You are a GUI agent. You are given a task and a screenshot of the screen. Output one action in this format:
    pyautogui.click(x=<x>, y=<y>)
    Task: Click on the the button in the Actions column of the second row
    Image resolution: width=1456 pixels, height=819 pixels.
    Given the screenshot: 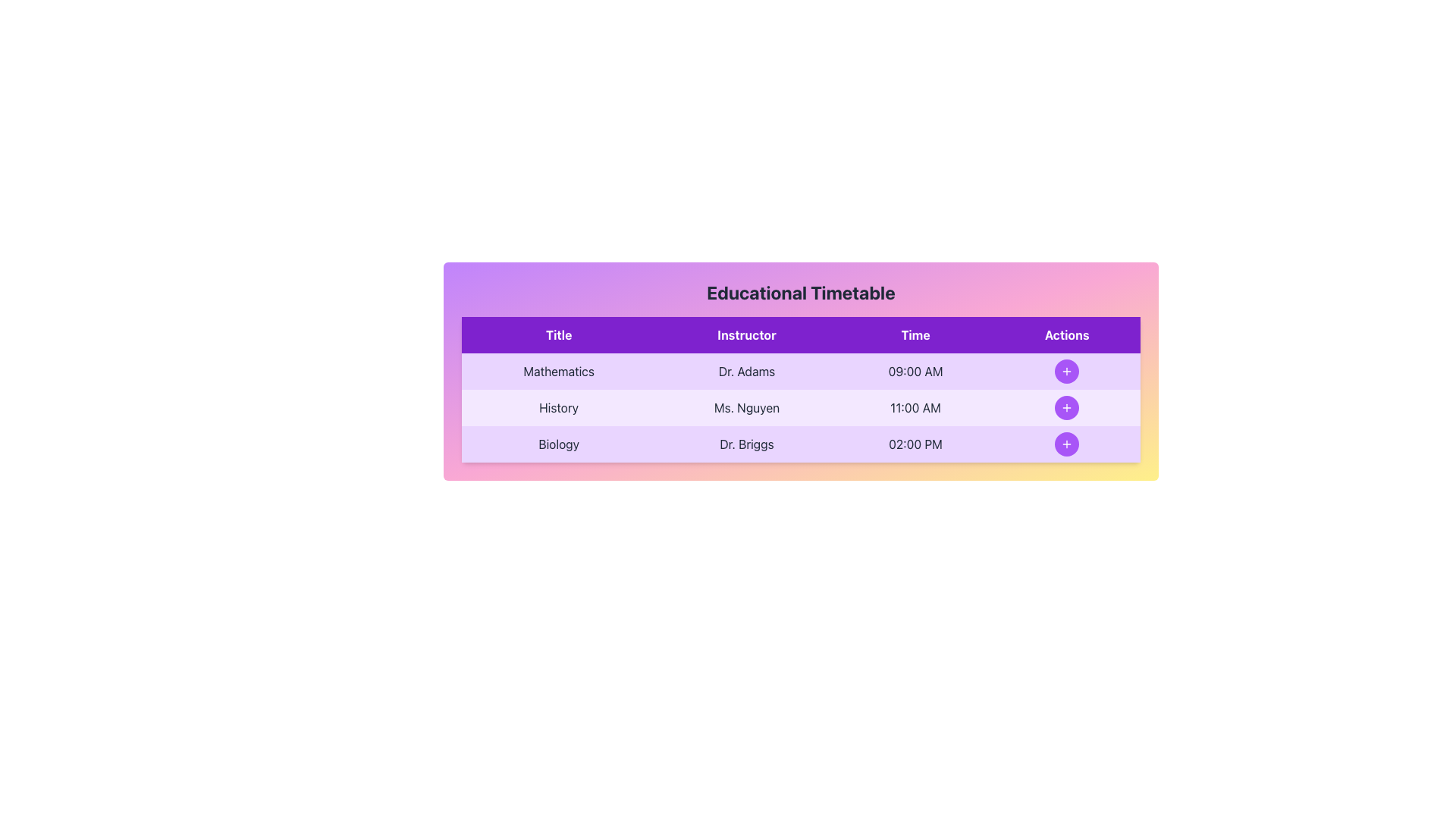 What is the action you would take?
    pyautogui.click(x=1065, y=406)
    